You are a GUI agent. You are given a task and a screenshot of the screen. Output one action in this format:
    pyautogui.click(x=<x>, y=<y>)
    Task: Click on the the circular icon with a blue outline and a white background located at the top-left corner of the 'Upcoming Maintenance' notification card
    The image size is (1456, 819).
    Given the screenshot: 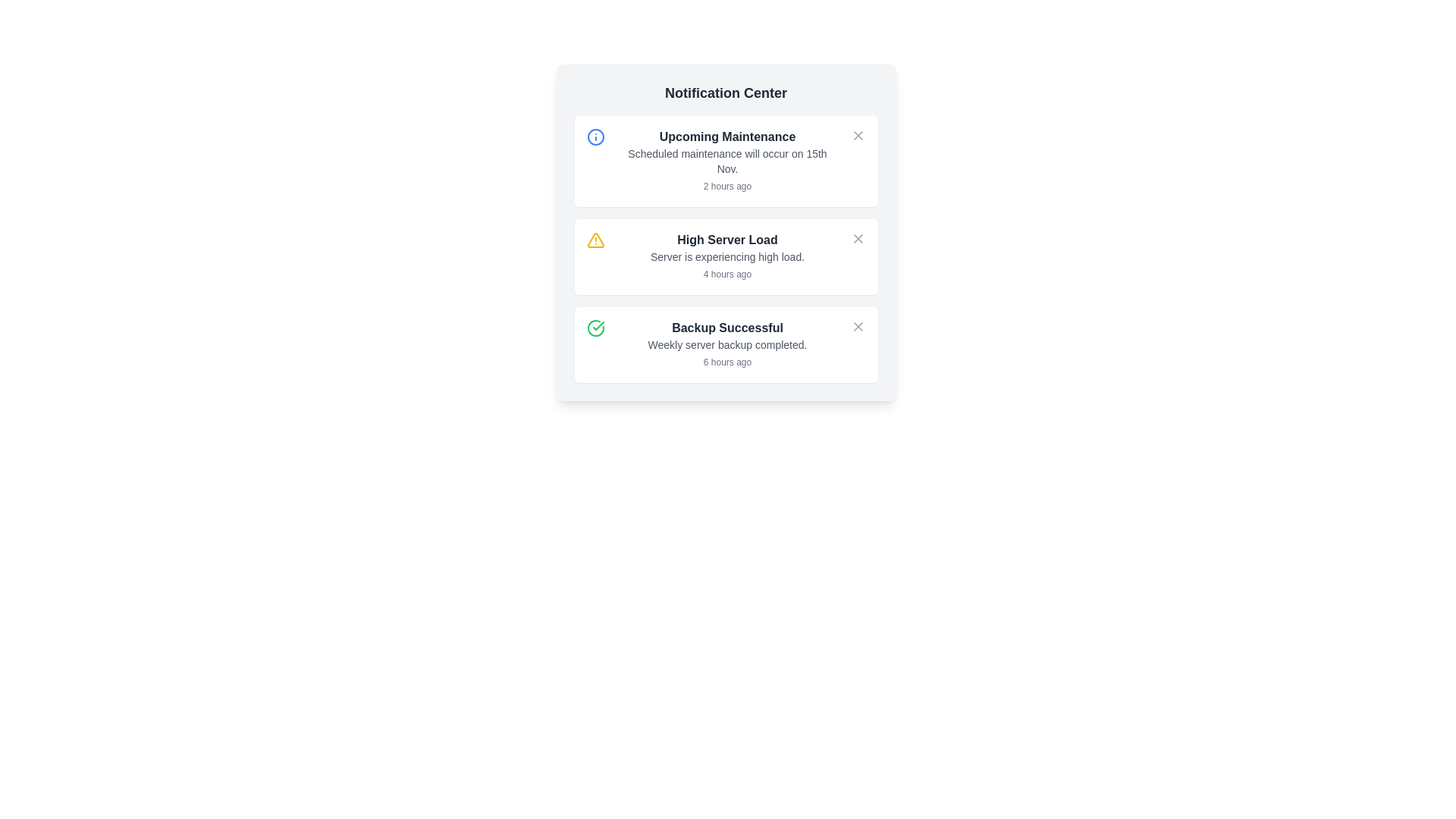 What is the action you would take?
    pyautogui.click(x=595, y=137)
    